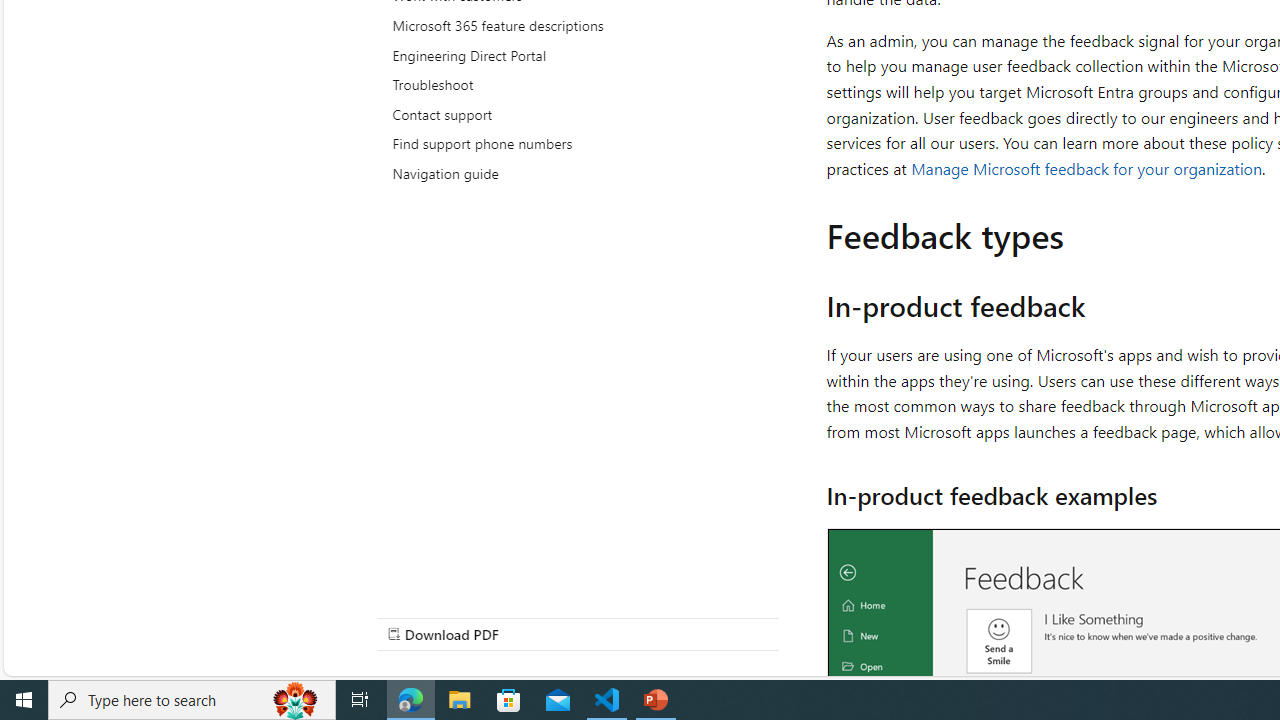 The height and width of the screenshot is (720, 1280). Describe the element at coordinates (1086, 167) in the screenshot. I see `'Manage Microsoft feedback for your organization'` at that location.